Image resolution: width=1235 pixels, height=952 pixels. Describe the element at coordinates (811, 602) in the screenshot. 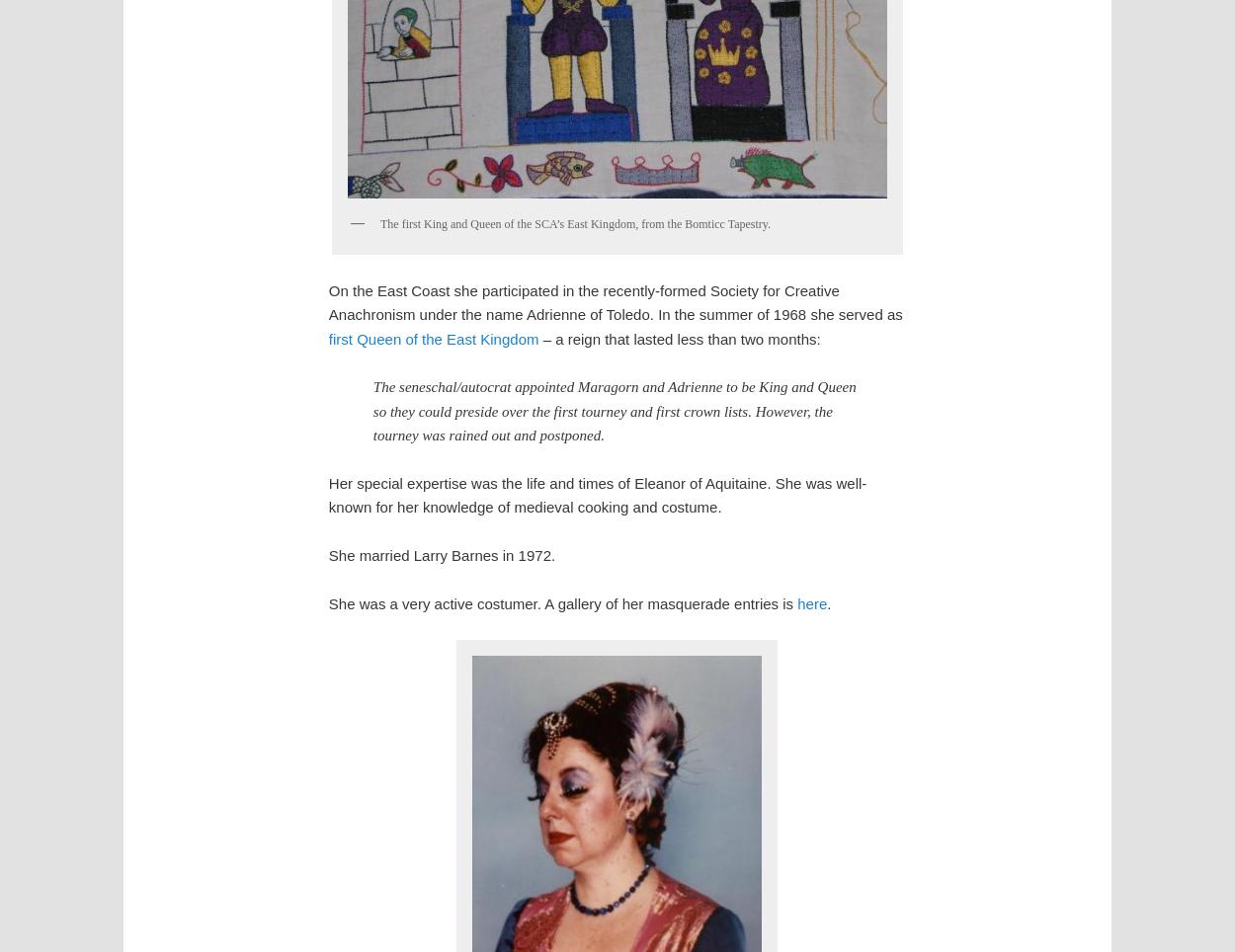

I see `'here'` at that location.